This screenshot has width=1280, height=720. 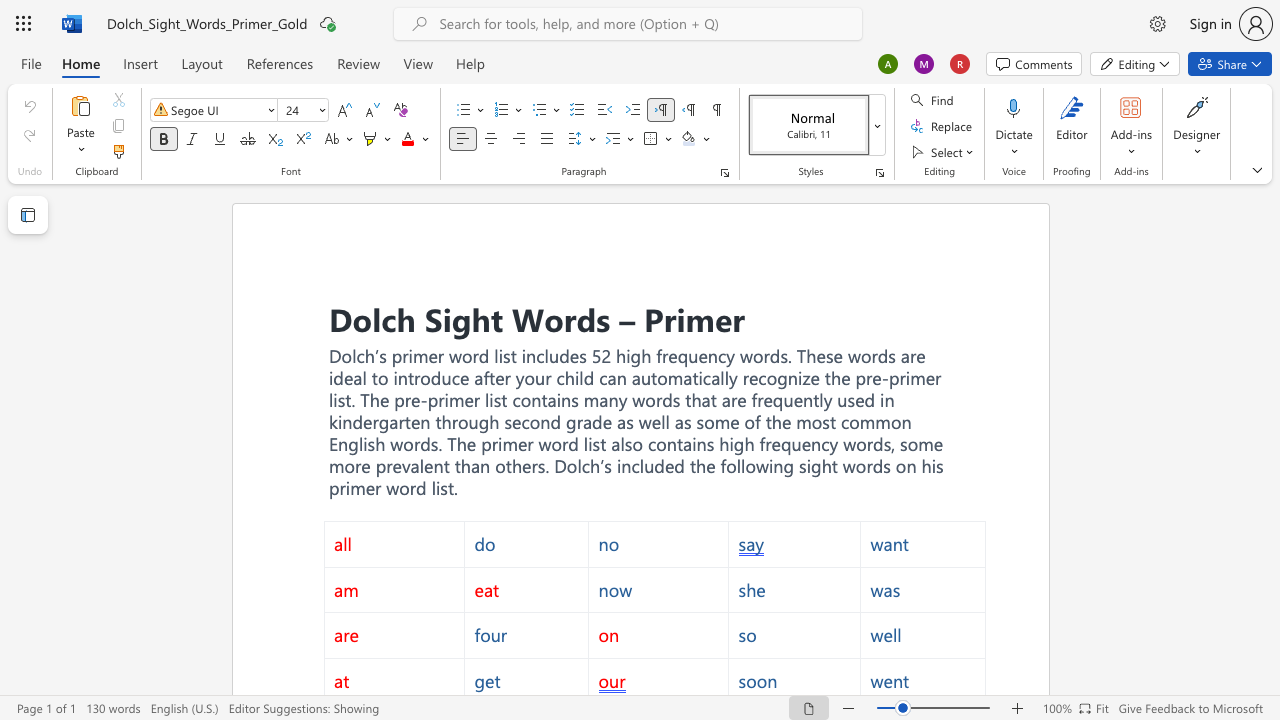 What do you see at coordinates (405, 317) in the screenshot?
I see `the 1th character "h" in the text` at bounding box center [405, 317].